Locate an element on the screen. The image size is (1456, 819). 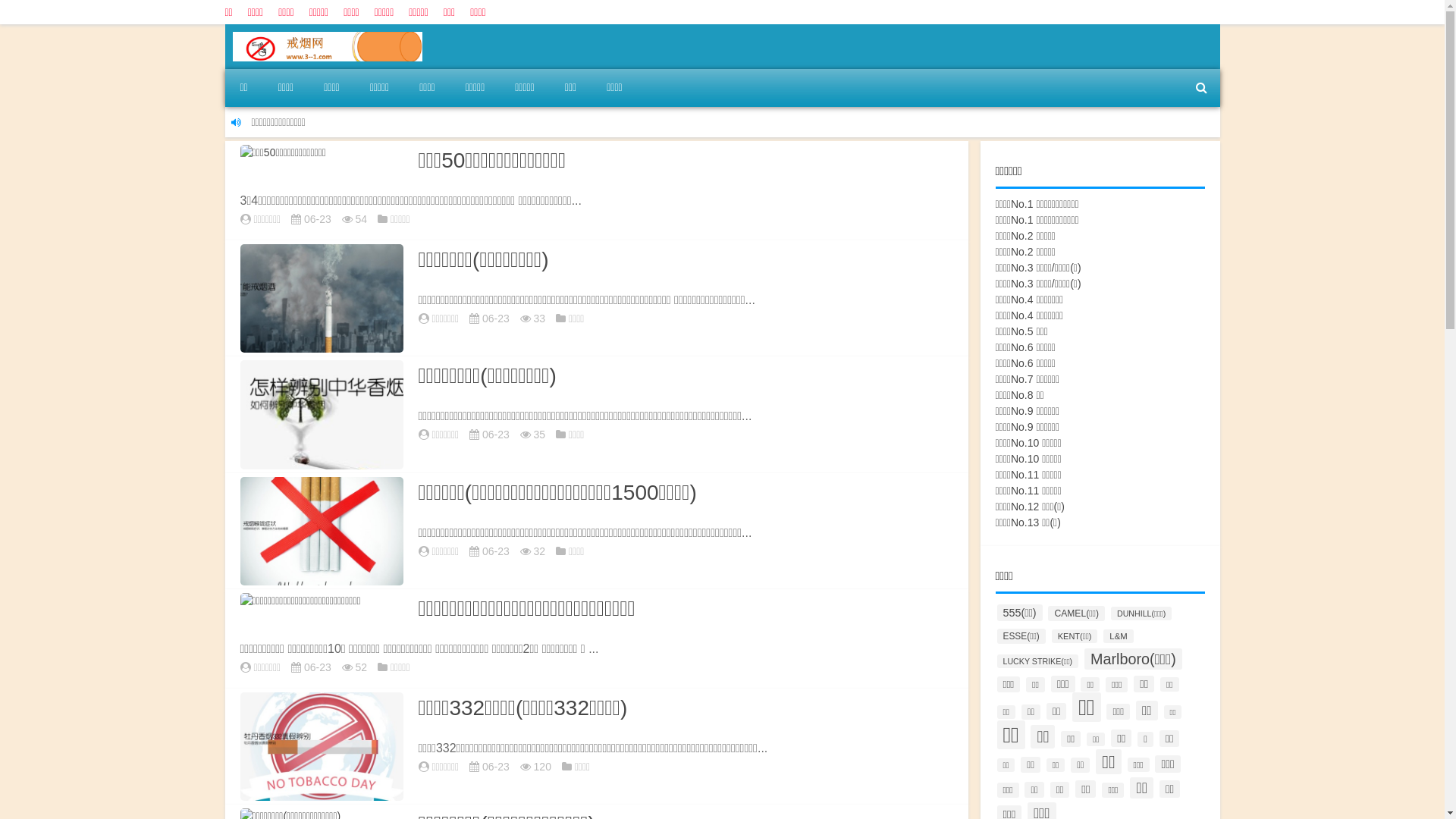
'L&M' is located at coordinates (1118, 636).